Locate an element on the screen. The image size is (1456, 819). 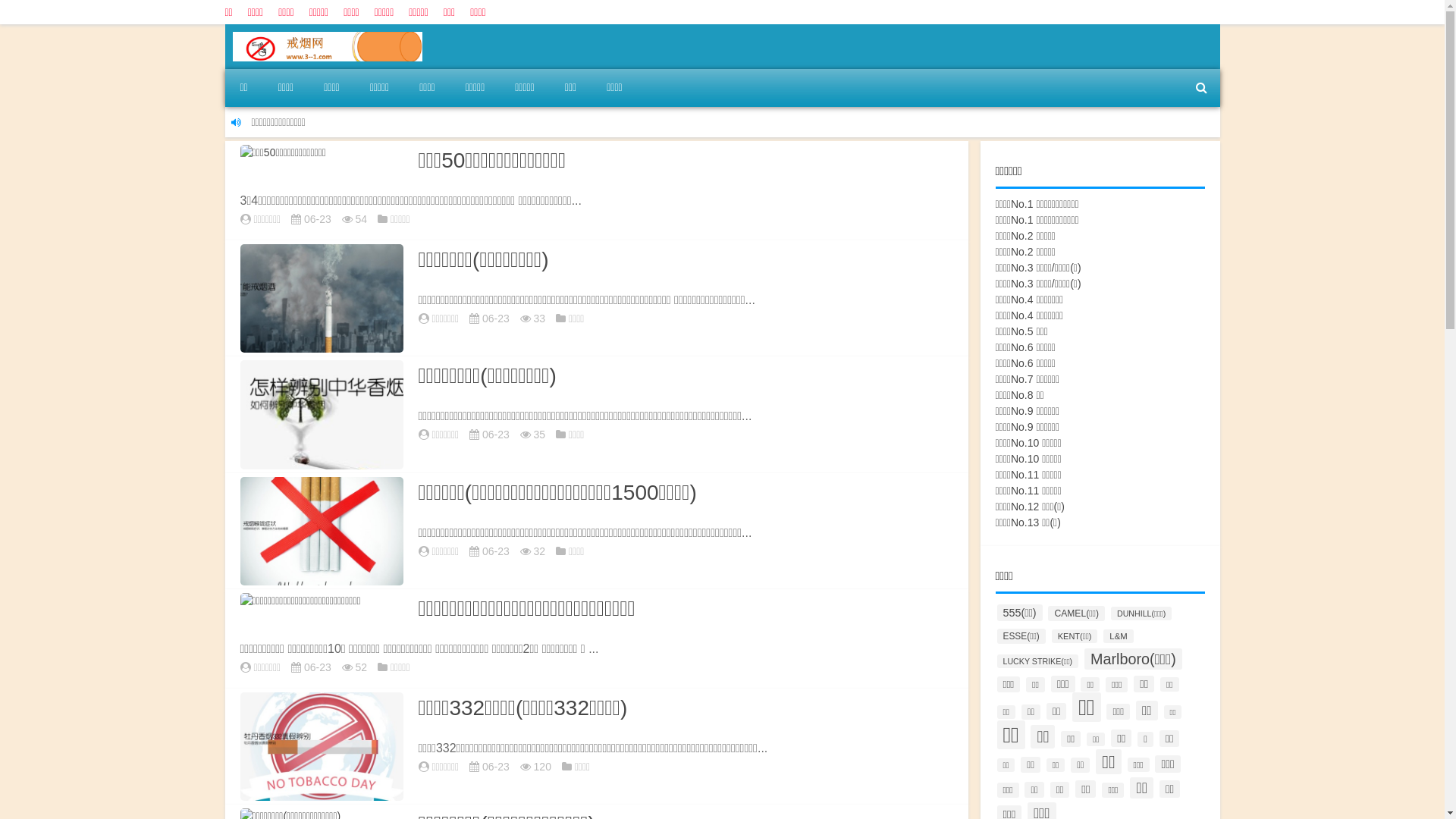
'L&M' is located at coordinates (1118, 636).